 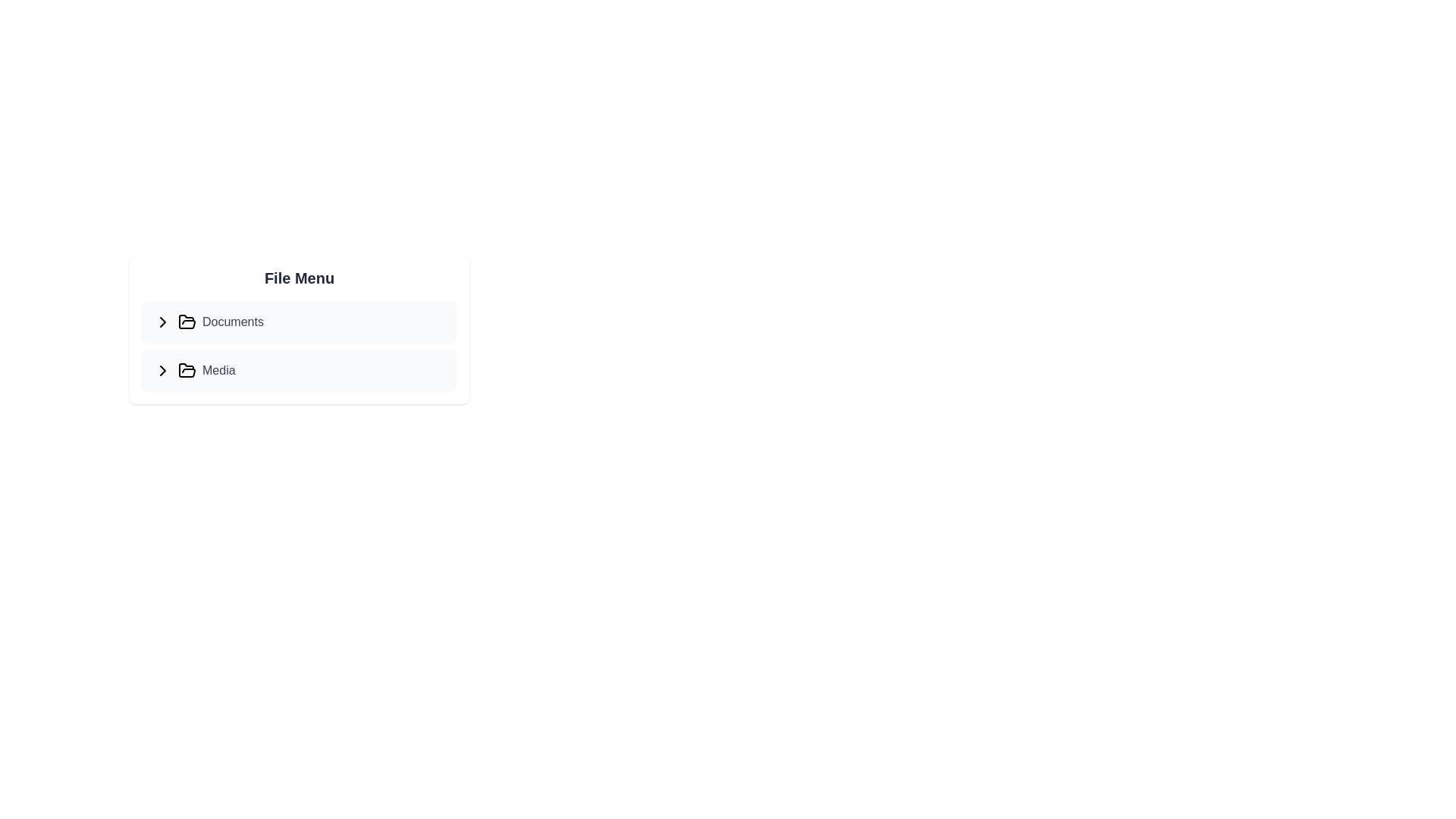 What do you see at coordinates (163, 321) in the screenshot?
I see `the chevron icon` at bounding box center [163, 321].